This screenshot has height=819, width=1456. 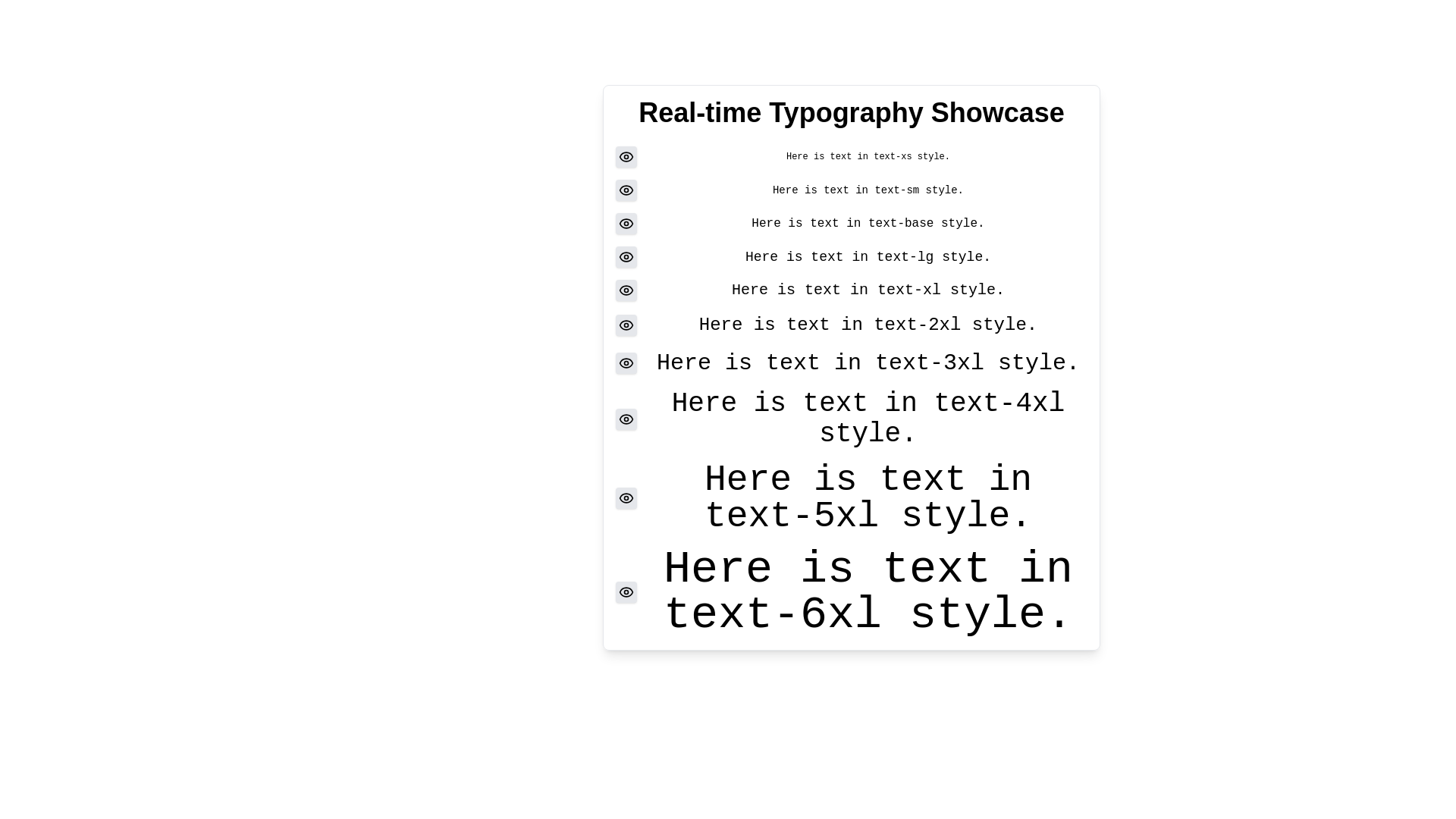 What do you see at coordinates (626, 497) in the screenshot?
I see `the circular eye-like icon outlined in a minimalistic design located in the middle section of the vertical list of icons with 'text-4xl' typography` at bounding box center [626, 497].